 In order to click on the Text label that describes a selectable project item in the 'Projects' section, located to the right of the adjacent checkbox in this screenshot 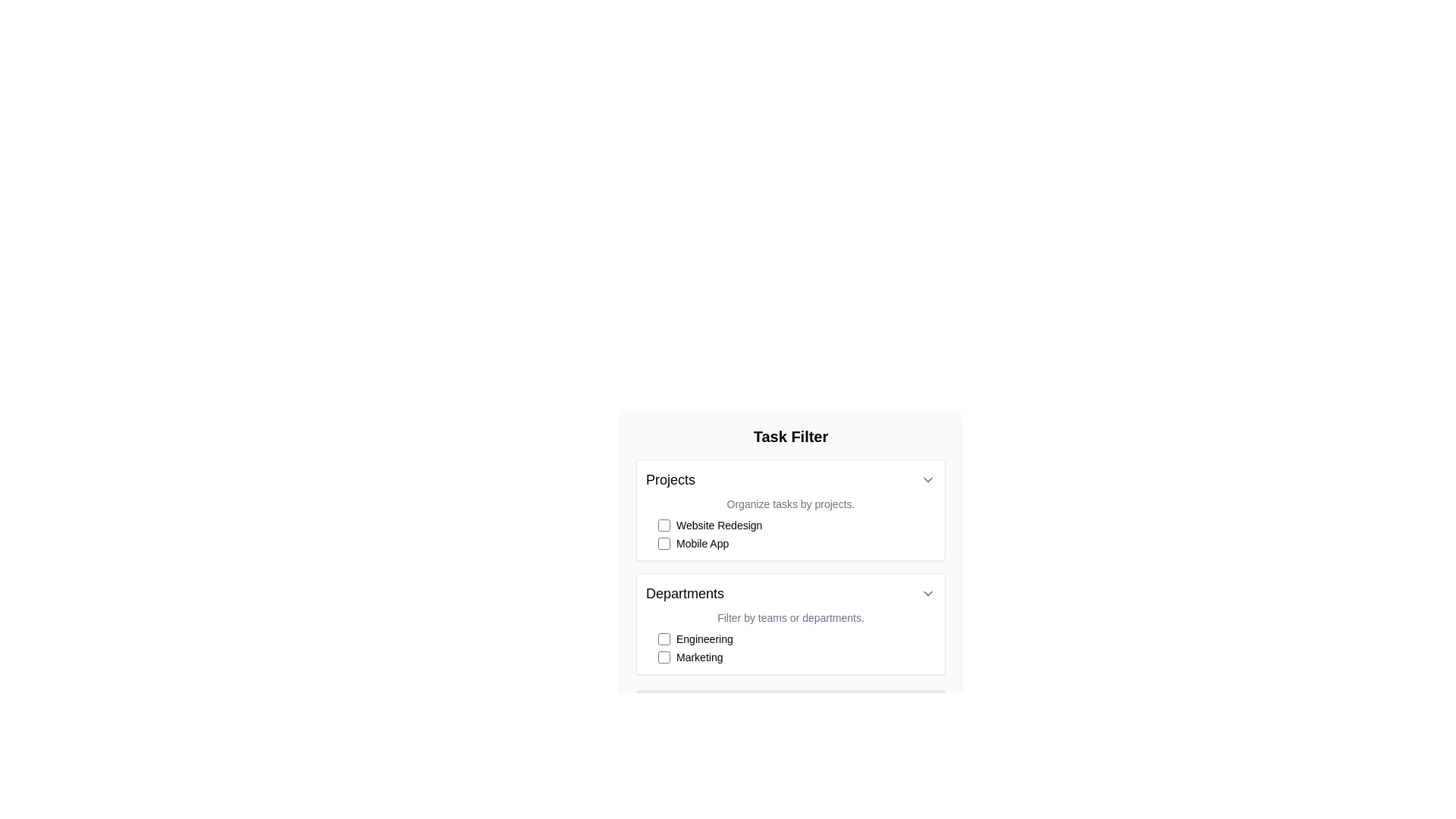, I will do `click(718, 525)`.